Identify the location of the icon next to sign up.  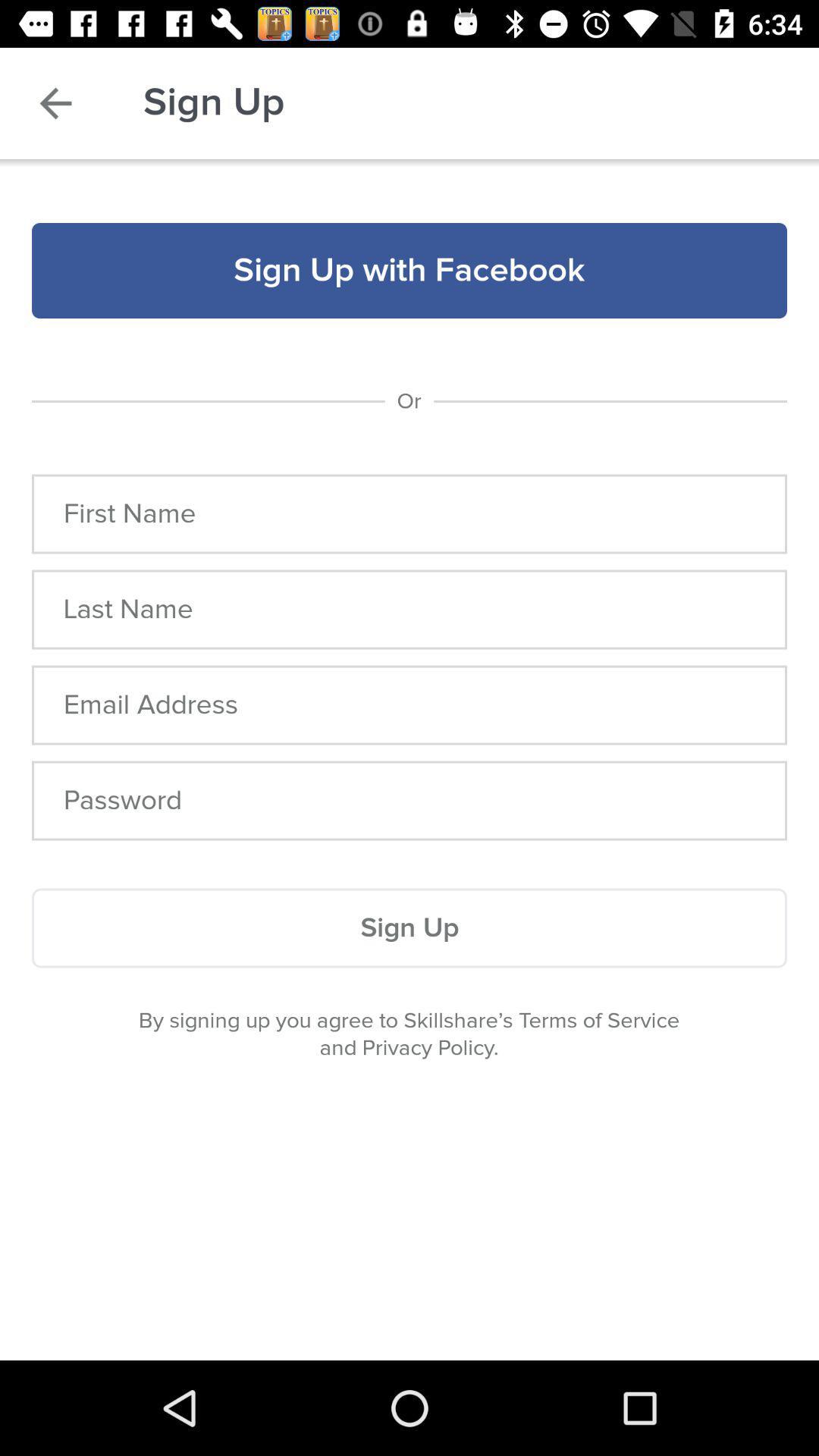
(55, 102).